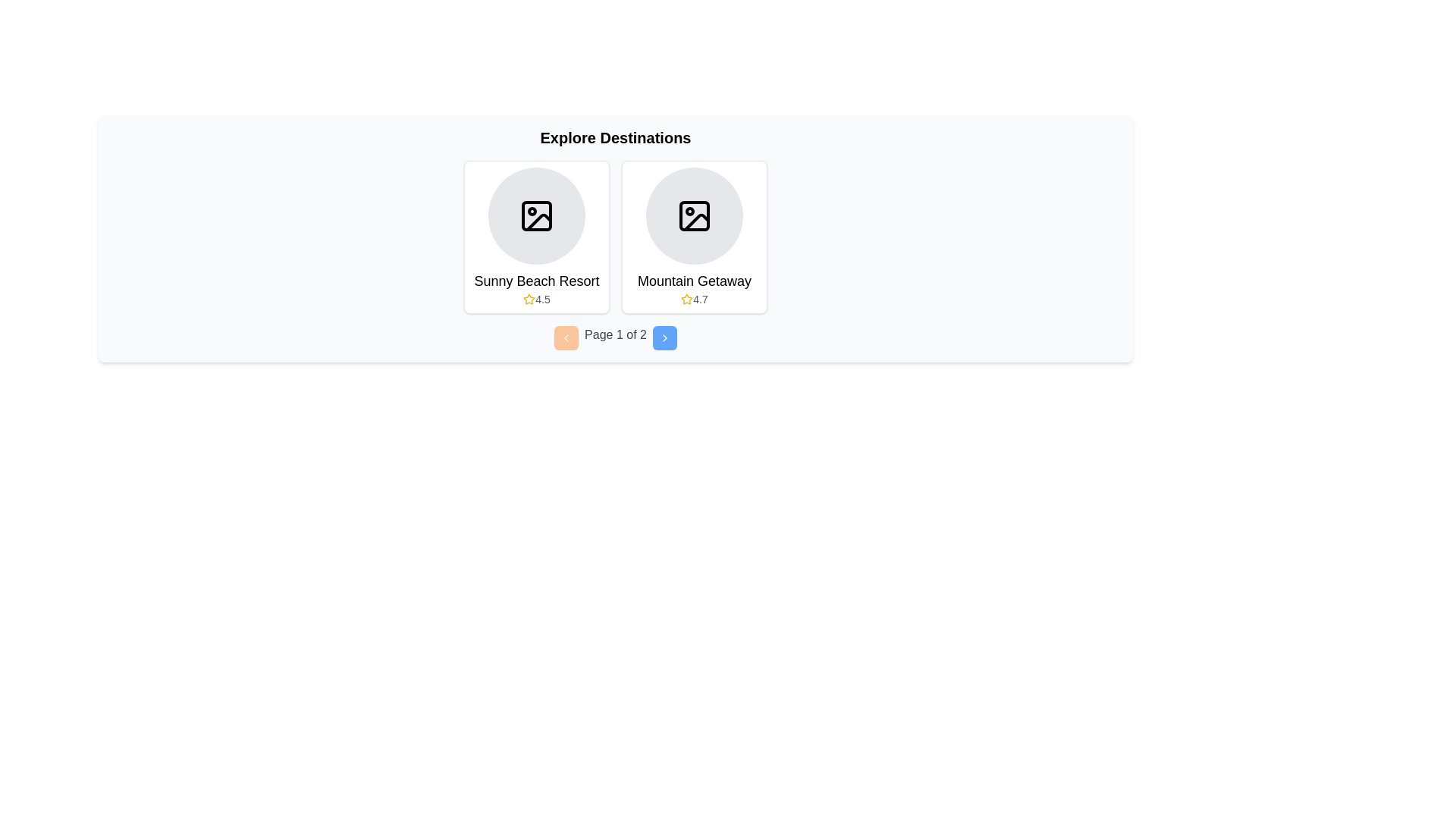 This screenshot has height=819, width=1456. Describe the element at coordinates (664, 337) in the screenshot. I see `the right-pointing arrow icon located within the rounded rectangular button at the bottom center of the interface` at that location.